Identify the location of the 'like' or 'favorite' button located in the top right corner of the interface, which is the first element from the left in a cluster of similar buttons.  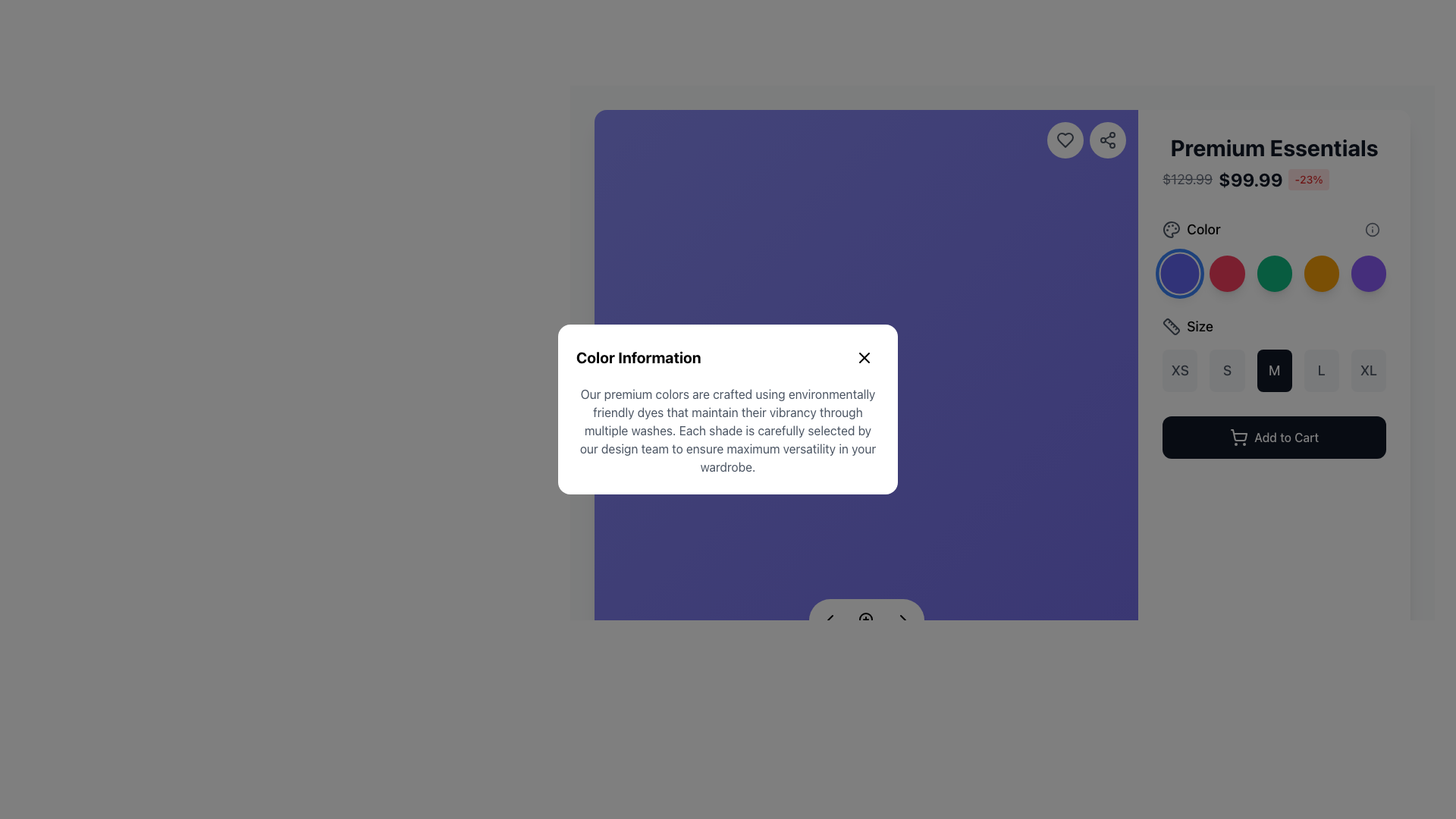
(1065, 140).